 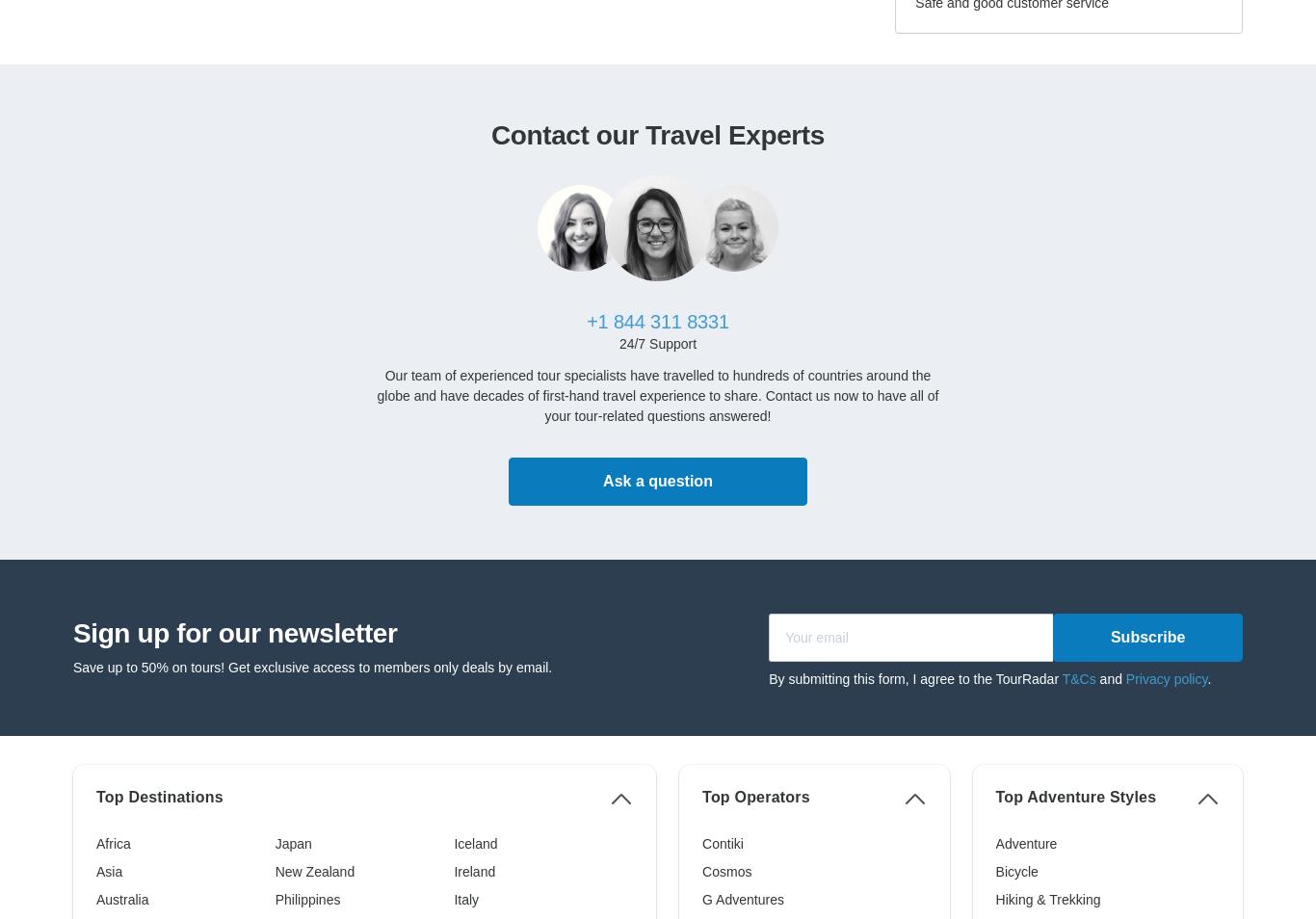 I want to click on 'G Adventures', so click(x=742, y=899).